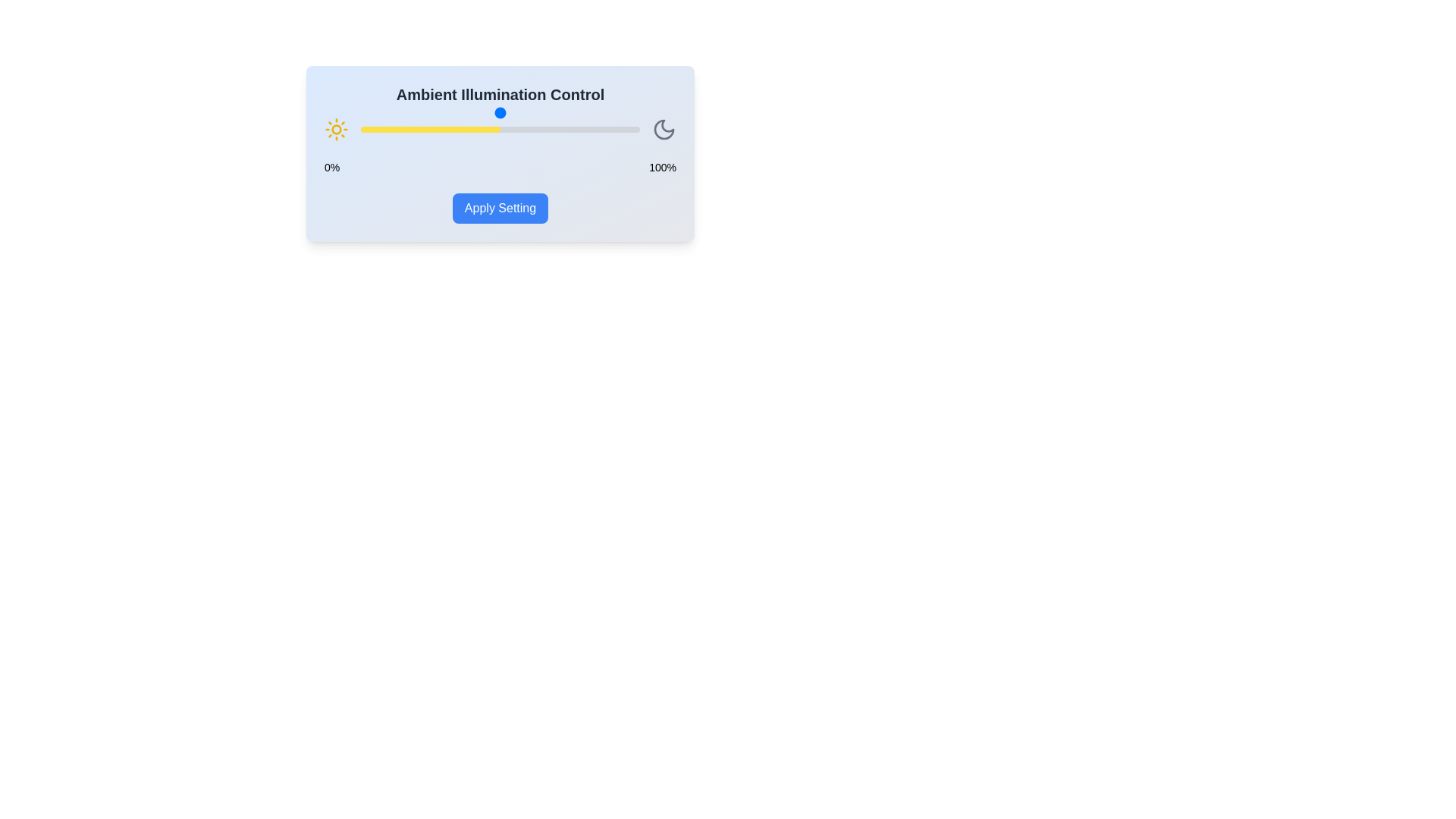 Image resolution: width=1456 pixels, height=819 pixels. Describe the element at coordinates (566, 128) in the screenshot. I see `the illumination slider to 74%` at that location.